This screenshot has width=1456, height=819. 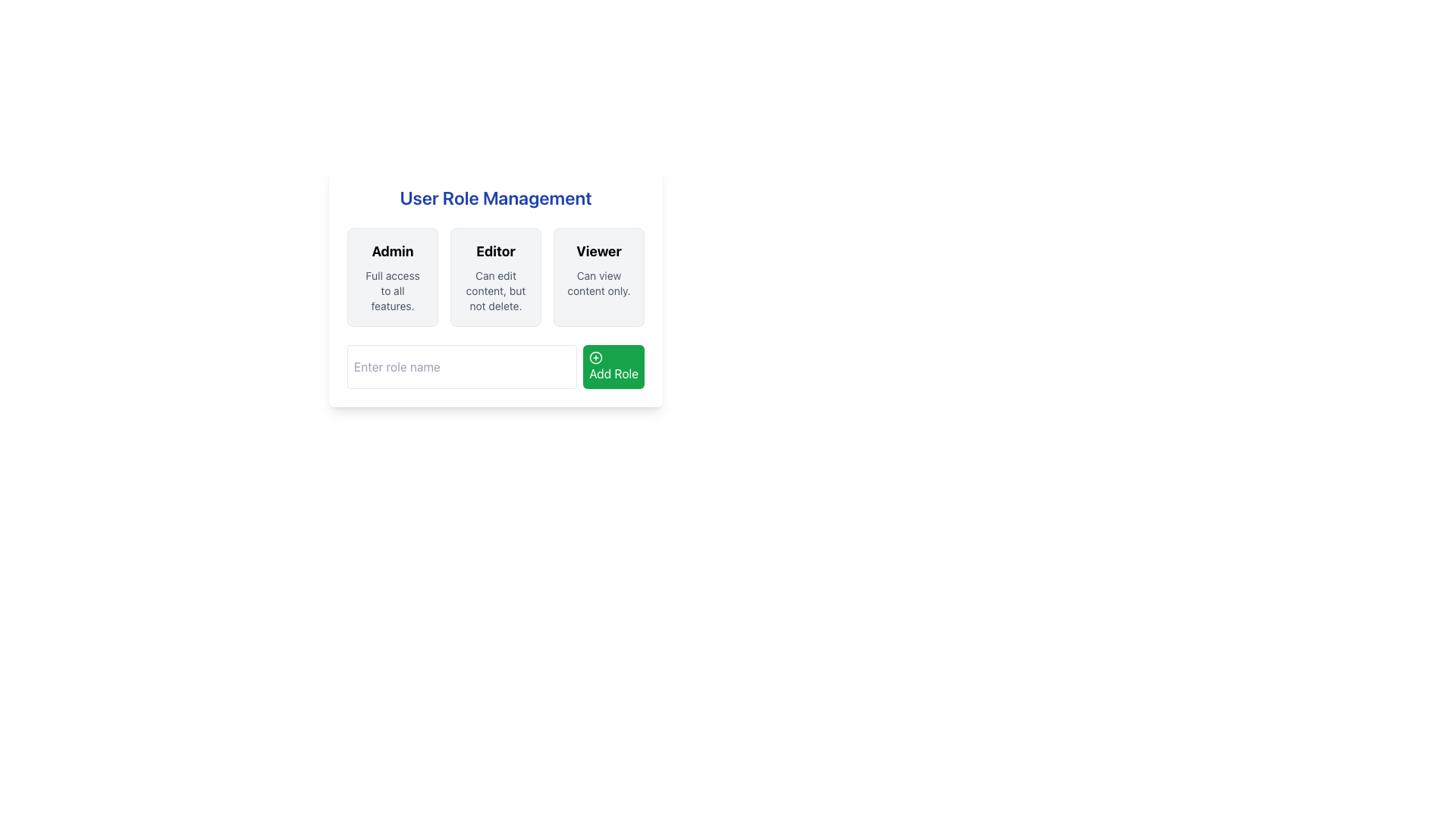 What do you see at coordinates (598, 284) in the screenshot?
I see `the Text Label that describes the 'Viewer' role, providing clarification on access permissions, positioned below the 'Viewer' text within the 'User Role Management' card` at bounding box center [598, 284].